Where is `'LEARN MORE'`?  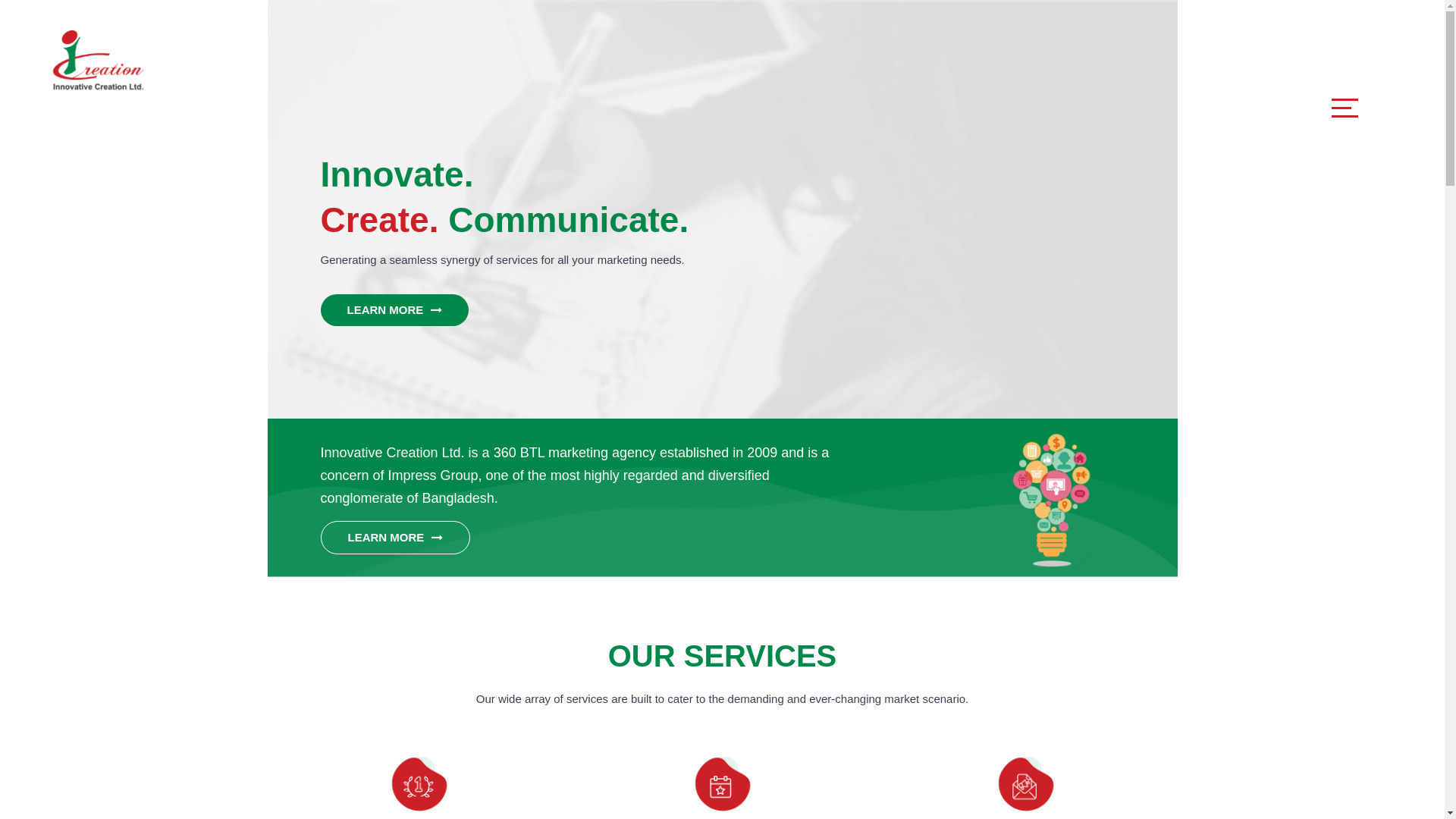 'LEARN MORE' is located at coordinates (394, 309).